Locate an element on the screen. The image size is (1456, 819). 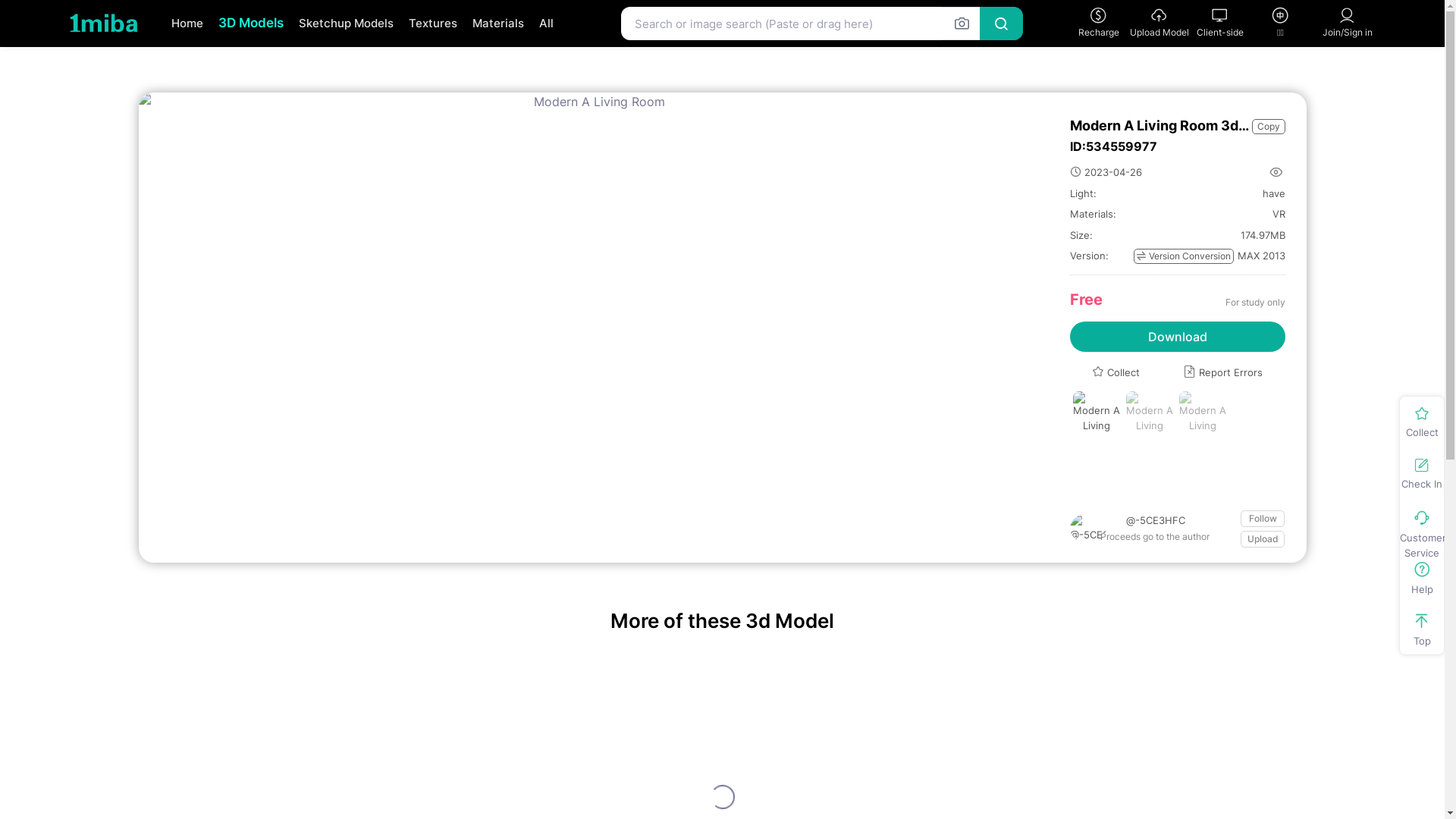
'Upload Model' is located at coordinates (1128, 23).